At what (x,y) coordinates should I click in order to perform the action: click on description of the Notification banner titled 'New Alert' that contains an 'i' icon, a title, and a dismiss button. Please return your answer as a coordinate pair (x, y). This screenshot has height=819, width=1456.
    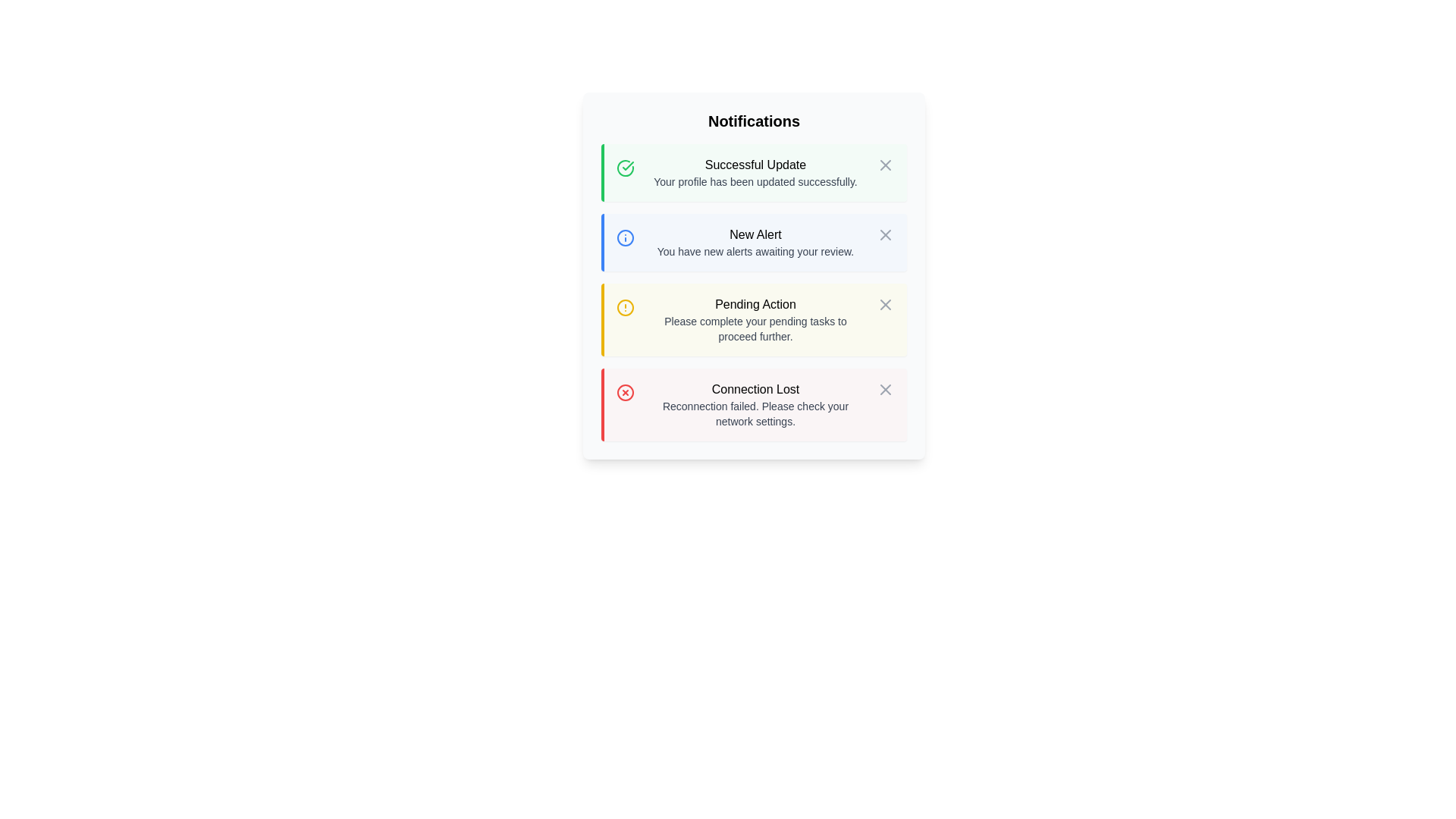
    Looking at the image, I should click on (755, 242).